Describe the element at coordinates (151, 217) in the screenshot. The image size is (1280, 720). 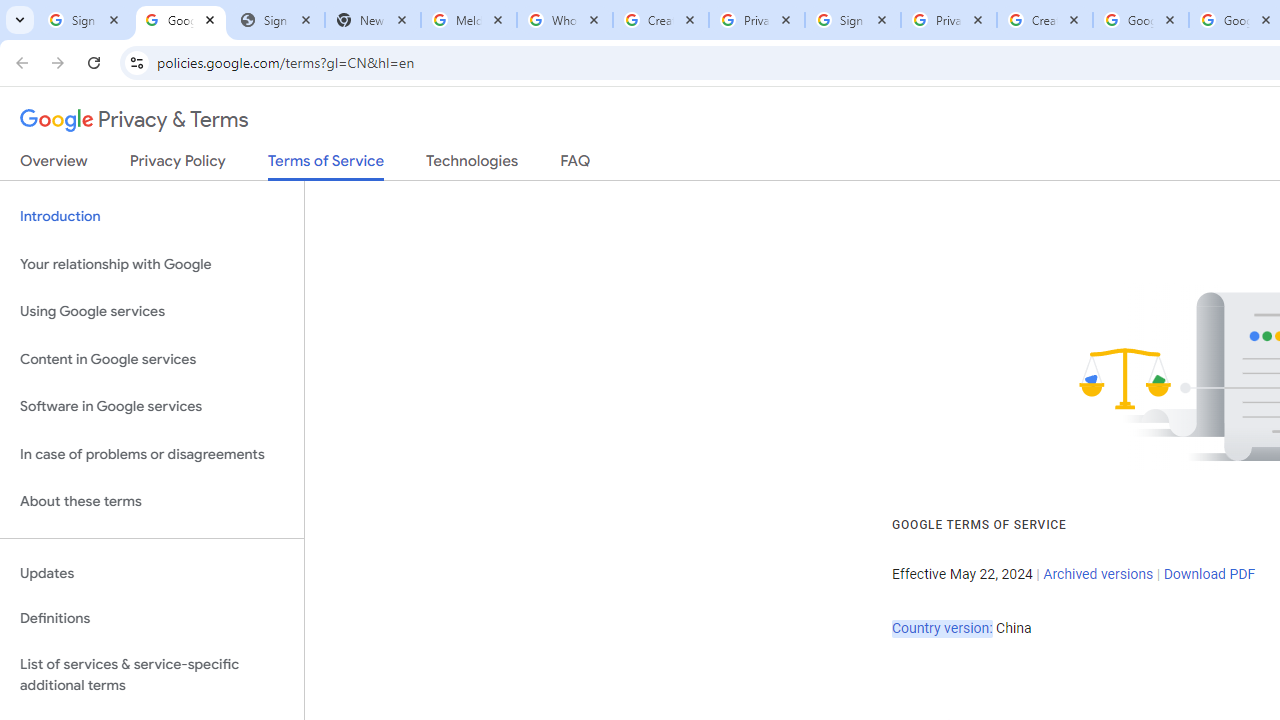
I see `'Introduction'` at that location.